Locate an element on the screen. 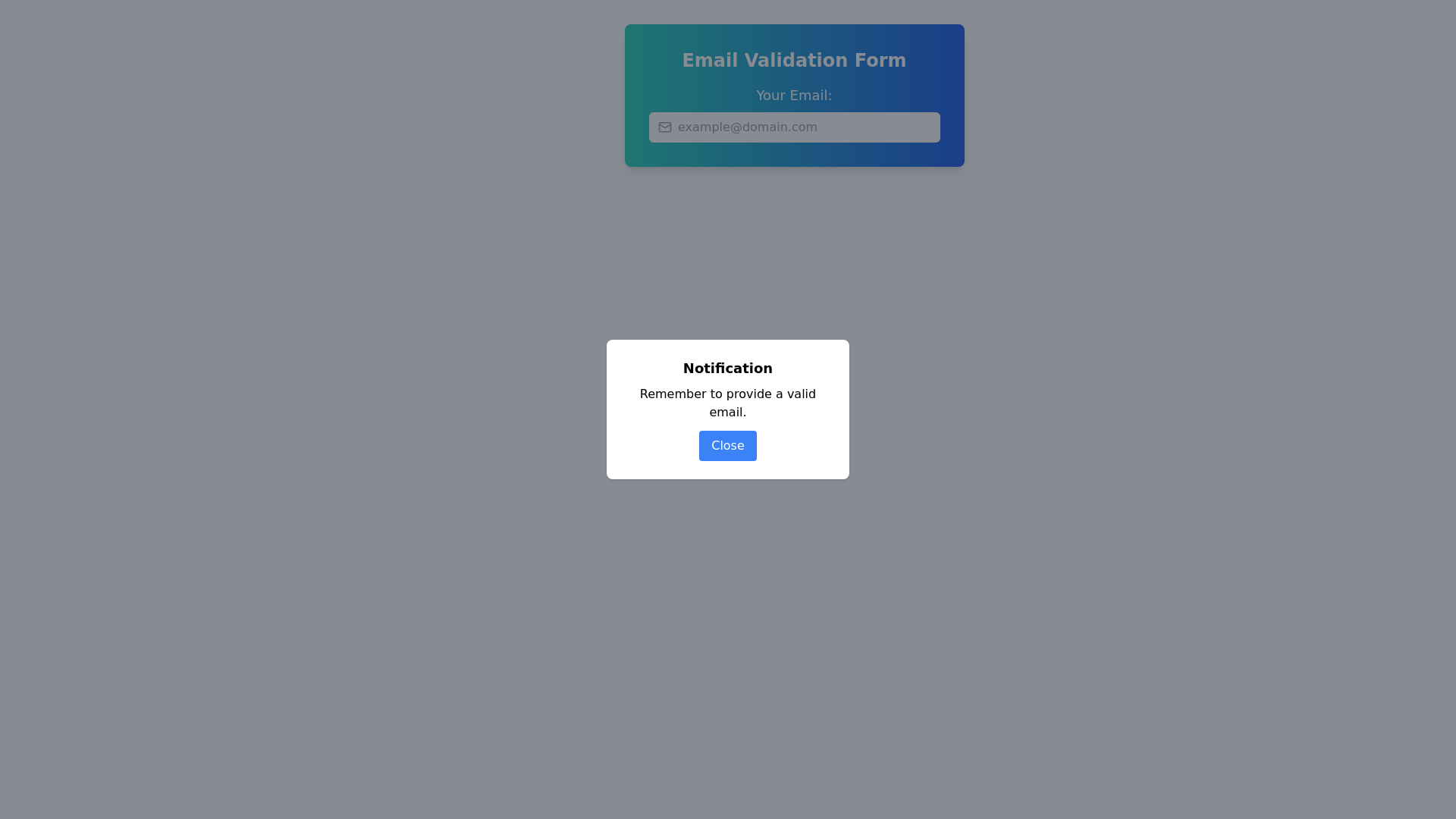  the static text label for the email input field in the 'Email Validation Form', which is located at the top of the interface is located at coordinates (793, 96).